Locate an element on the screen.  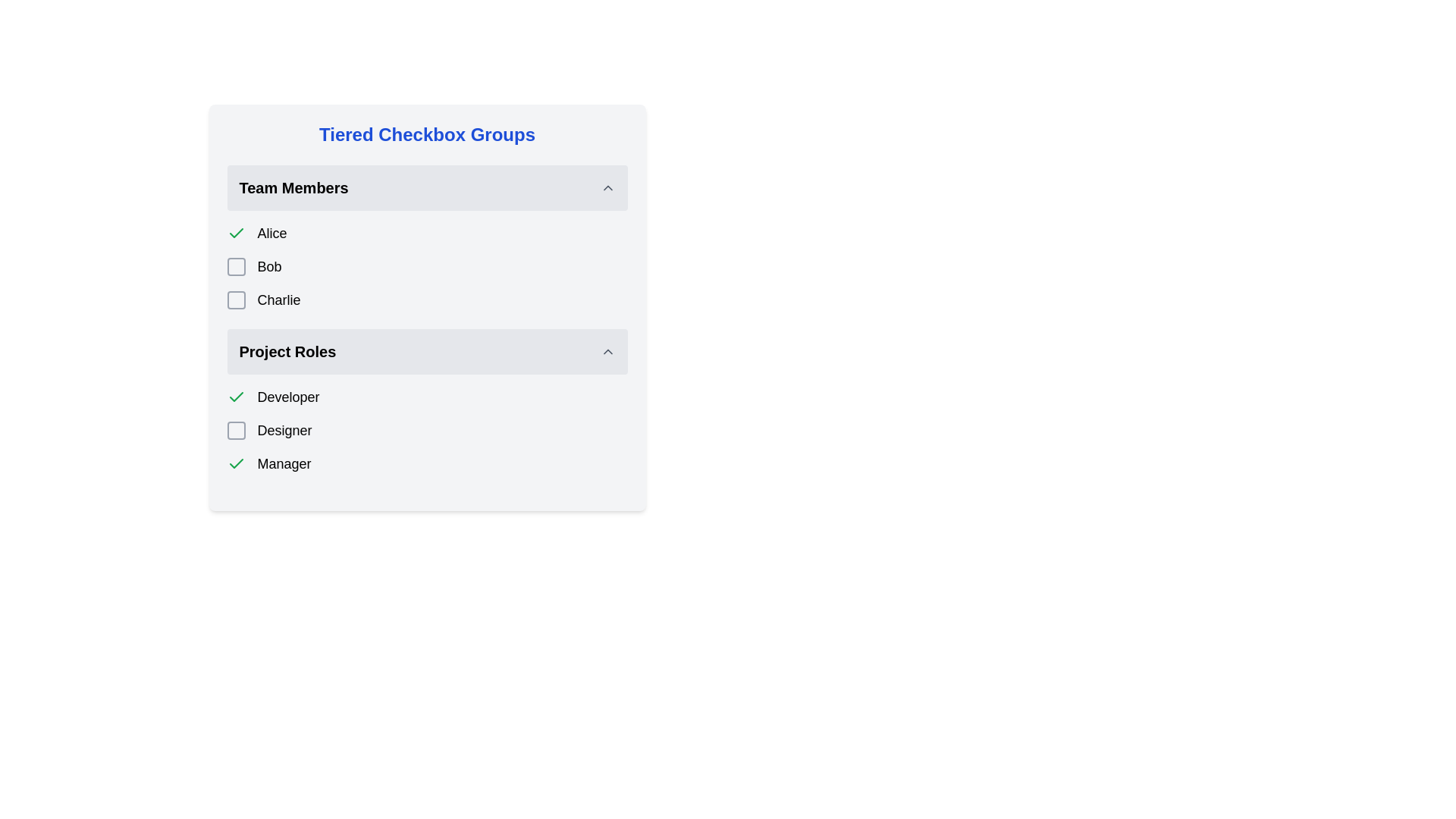
the selectable list item with a checkbox representing team member 'Bob' is located at coordinates (426, 265).